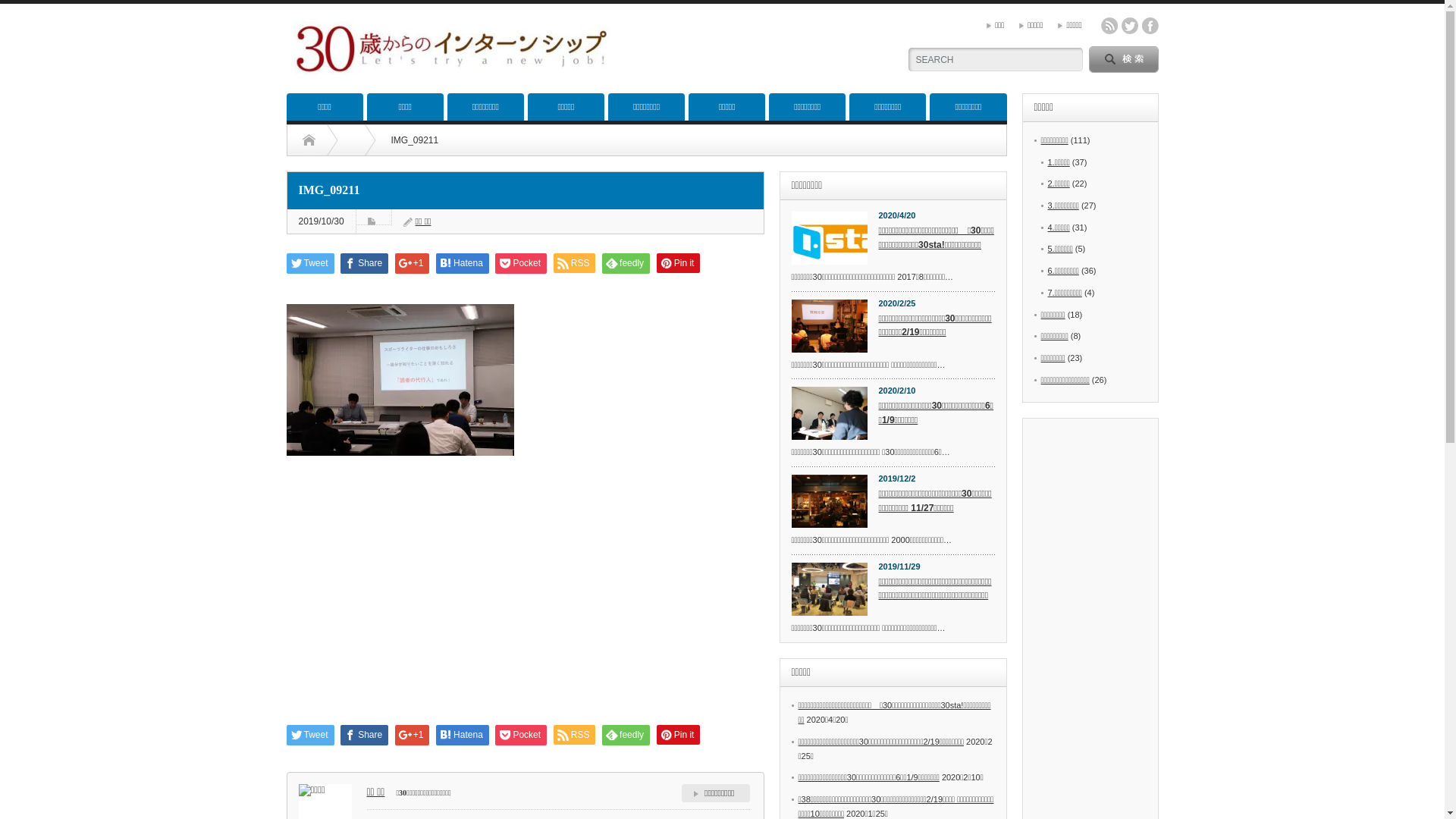  What do you see at coordinates (412, 262) in the screenshot?
I see `'+1'` at bounding box center [412, 262].